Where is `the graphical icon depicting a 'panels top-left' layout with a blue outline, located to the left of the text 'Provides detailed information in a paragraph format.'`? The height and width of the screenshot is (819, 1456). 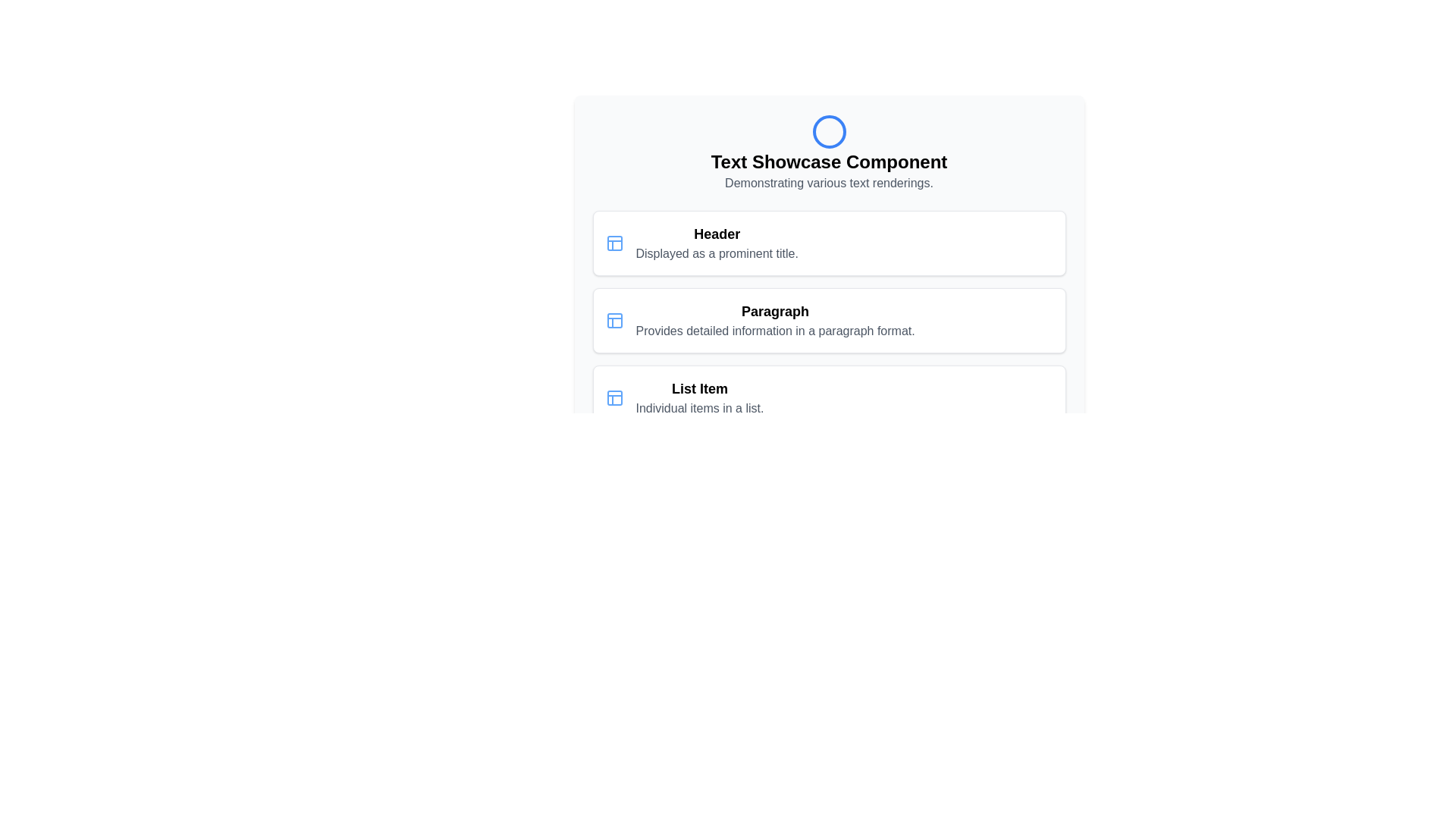 the graphical icon depicting a 'panels top-left' layout with a blue outline, located to the left of the text 'Provides detailed information in a paragraph format.' is located at coordinates (614, 320).